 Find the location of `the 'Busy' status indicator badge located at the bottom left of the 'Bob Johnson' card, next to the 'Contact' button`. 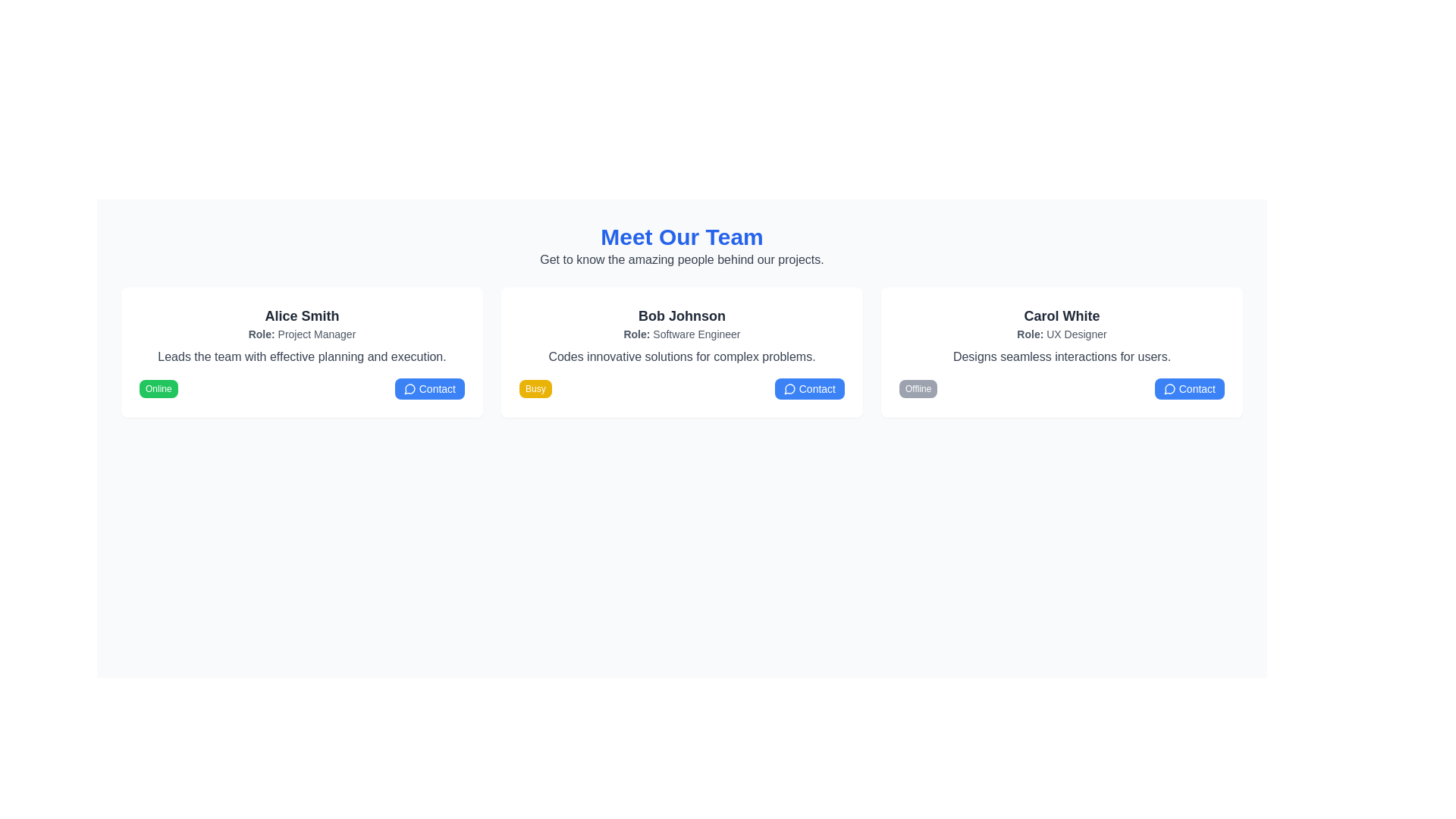

the 'Busy' status indicator badge located at the bottom left of the 'Bob Johnson' card, next to the 'Contact' button is located at coordinates (535, 388).